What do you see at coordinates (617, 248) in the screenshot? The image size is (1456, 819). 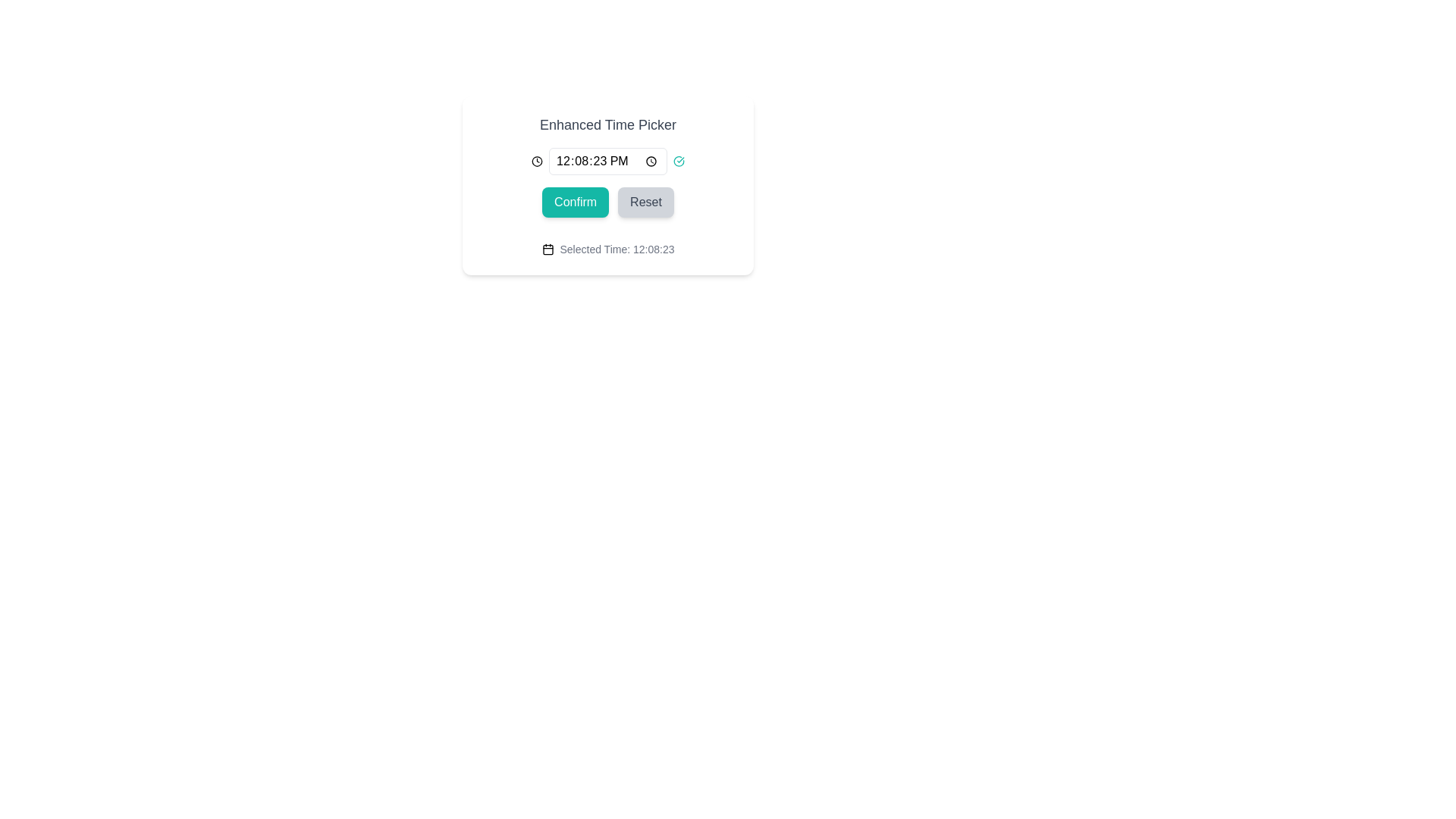 I see `displayed text from the text label that shows the currently selected time, positioned at the bottom of the main time picker interface, next to a calendar icon` at bounding box center [617, 248].